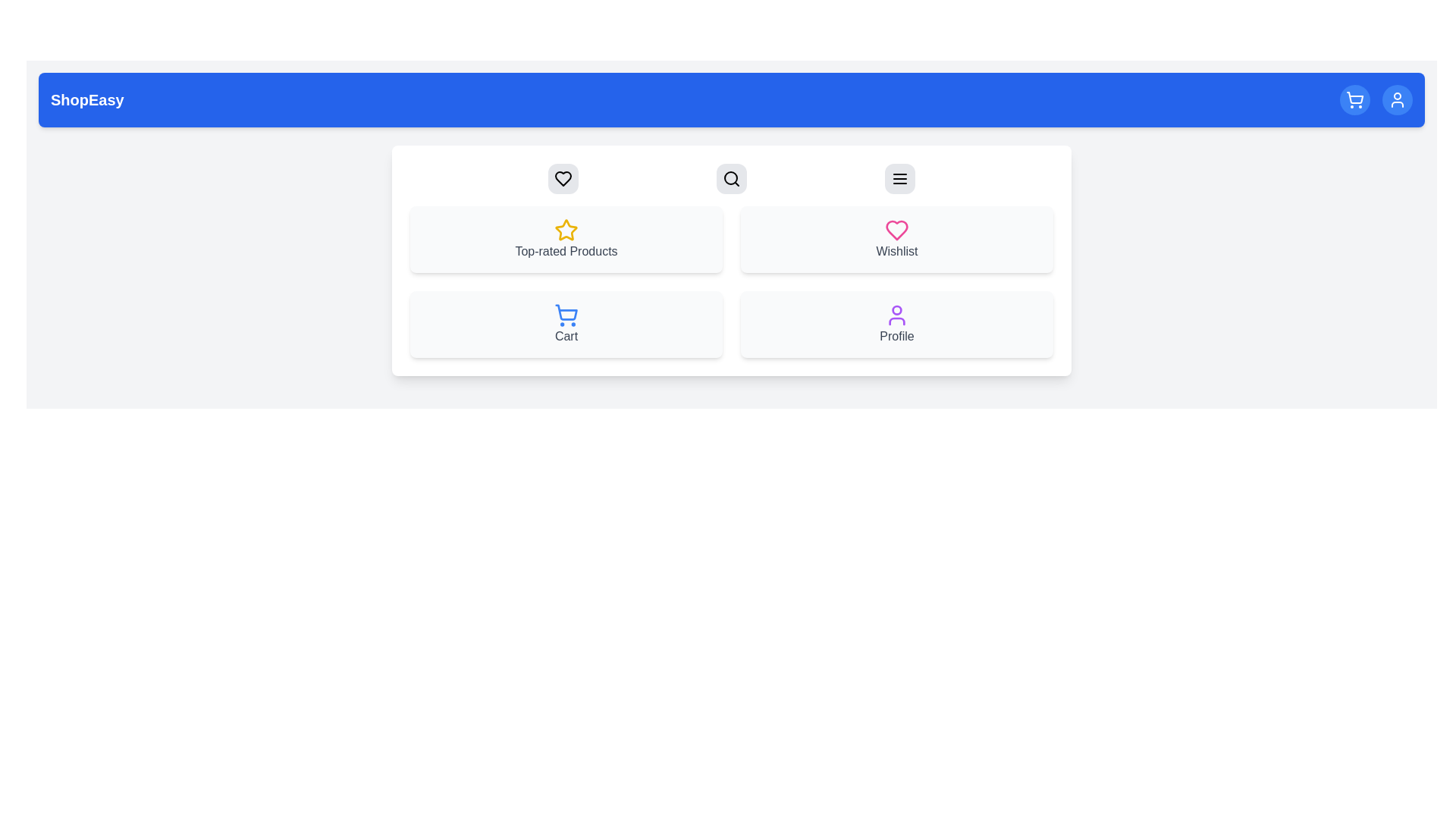  Describe the element at coordinates (899, 177) in the screenshot. I see `the third icon button from the left in the navigation bar at the top-right corner of the page` at that location.